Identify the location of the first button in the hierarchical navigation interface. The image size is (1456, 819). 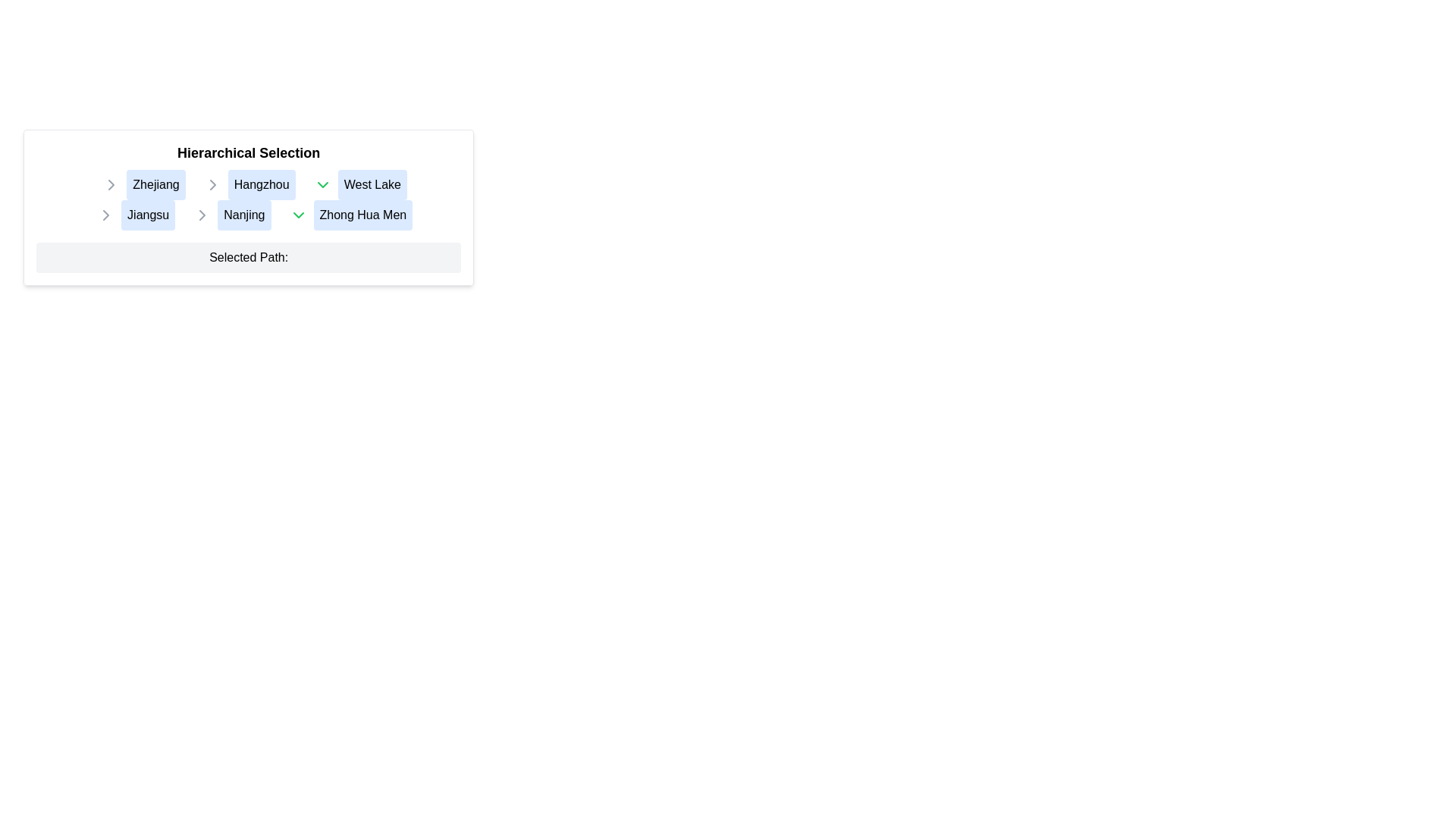
(148, 215).